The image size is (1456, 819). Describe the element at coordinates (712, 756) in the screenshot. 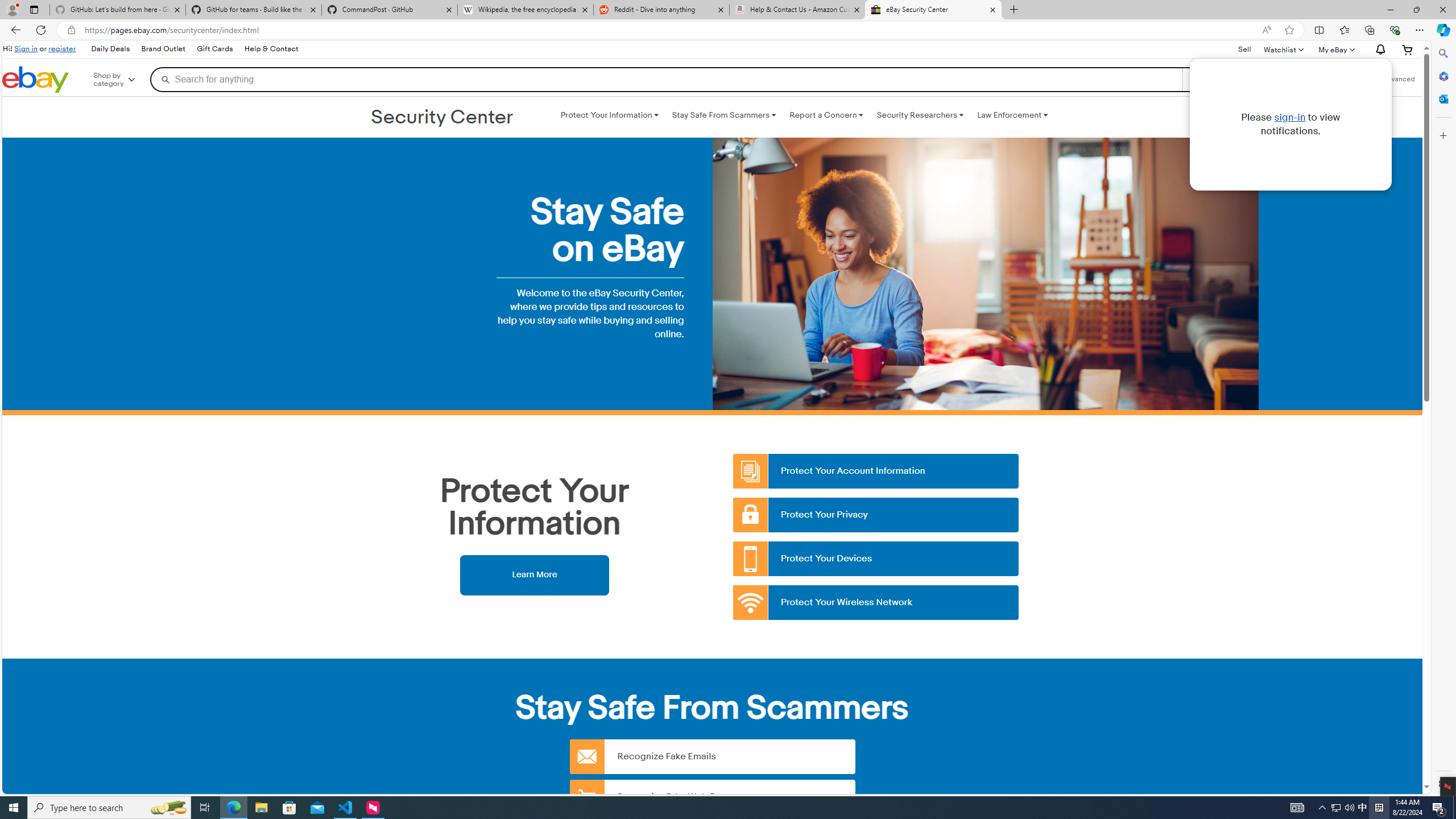

I see `'Recognize Fake Emails'` at that location.